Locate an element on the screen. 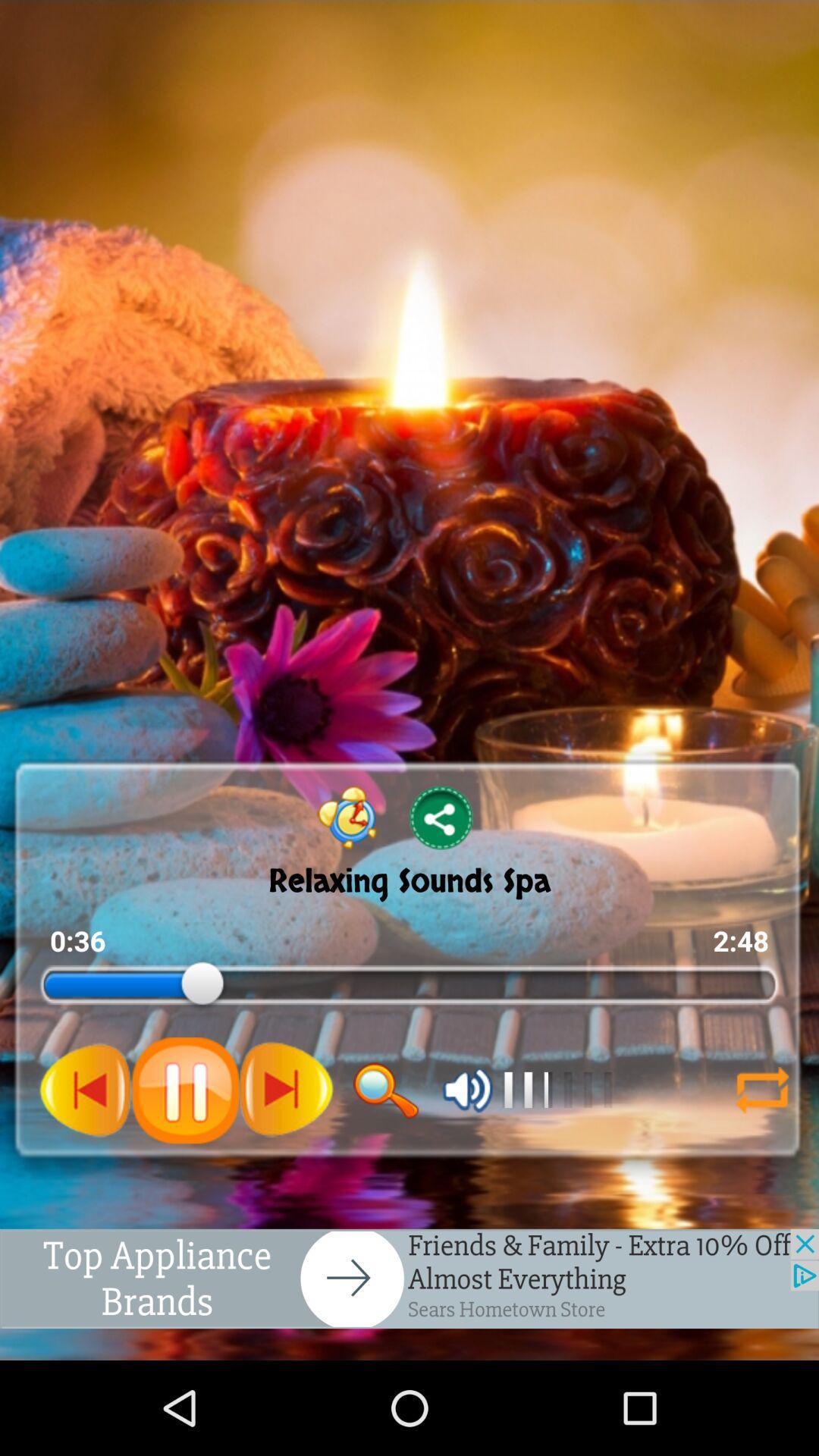  switch pause/play option is located at coordinates (184, 1090).